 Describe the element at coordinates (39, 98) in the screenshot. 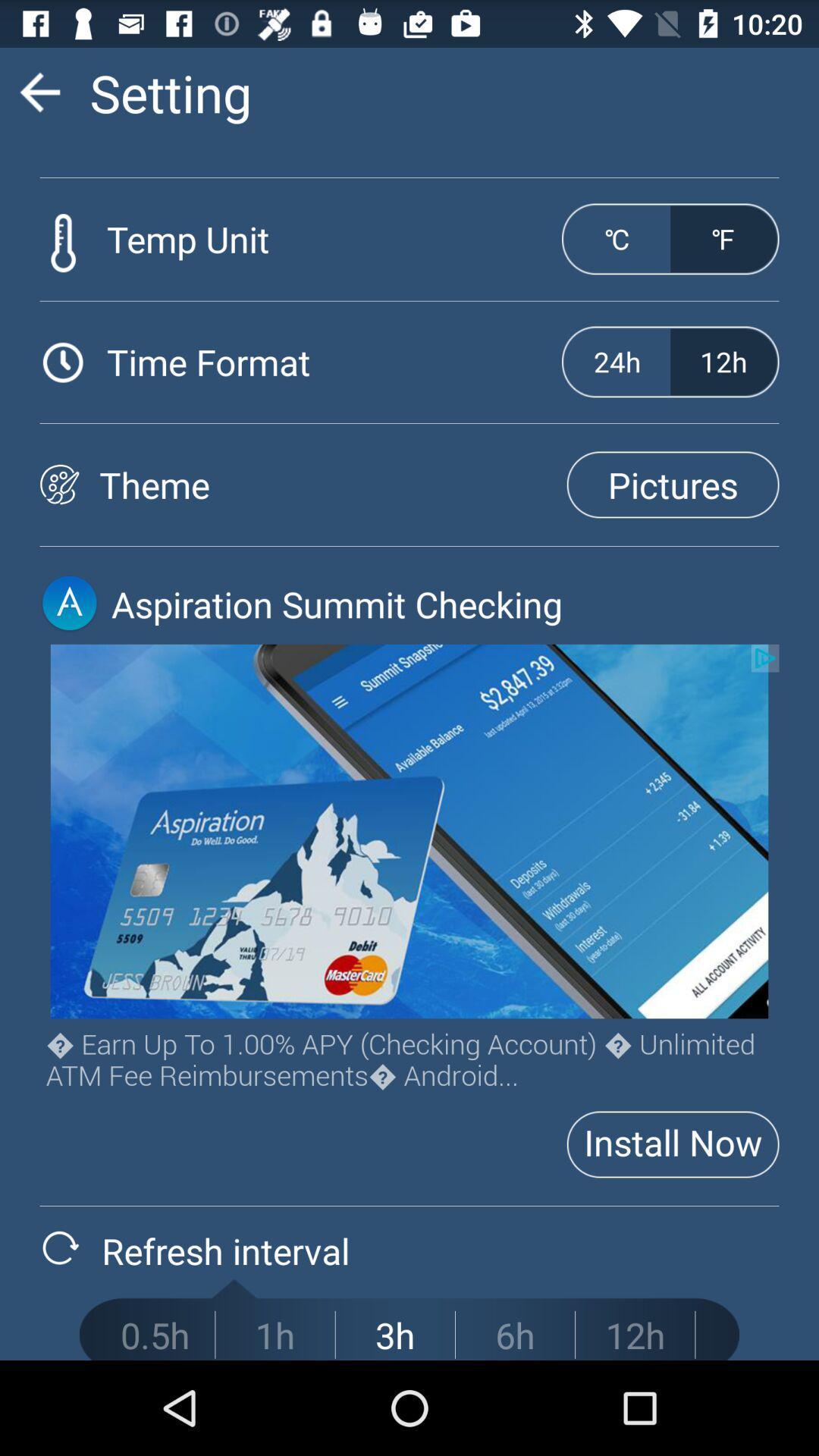

I see `the arrow_backward icon` at that location.